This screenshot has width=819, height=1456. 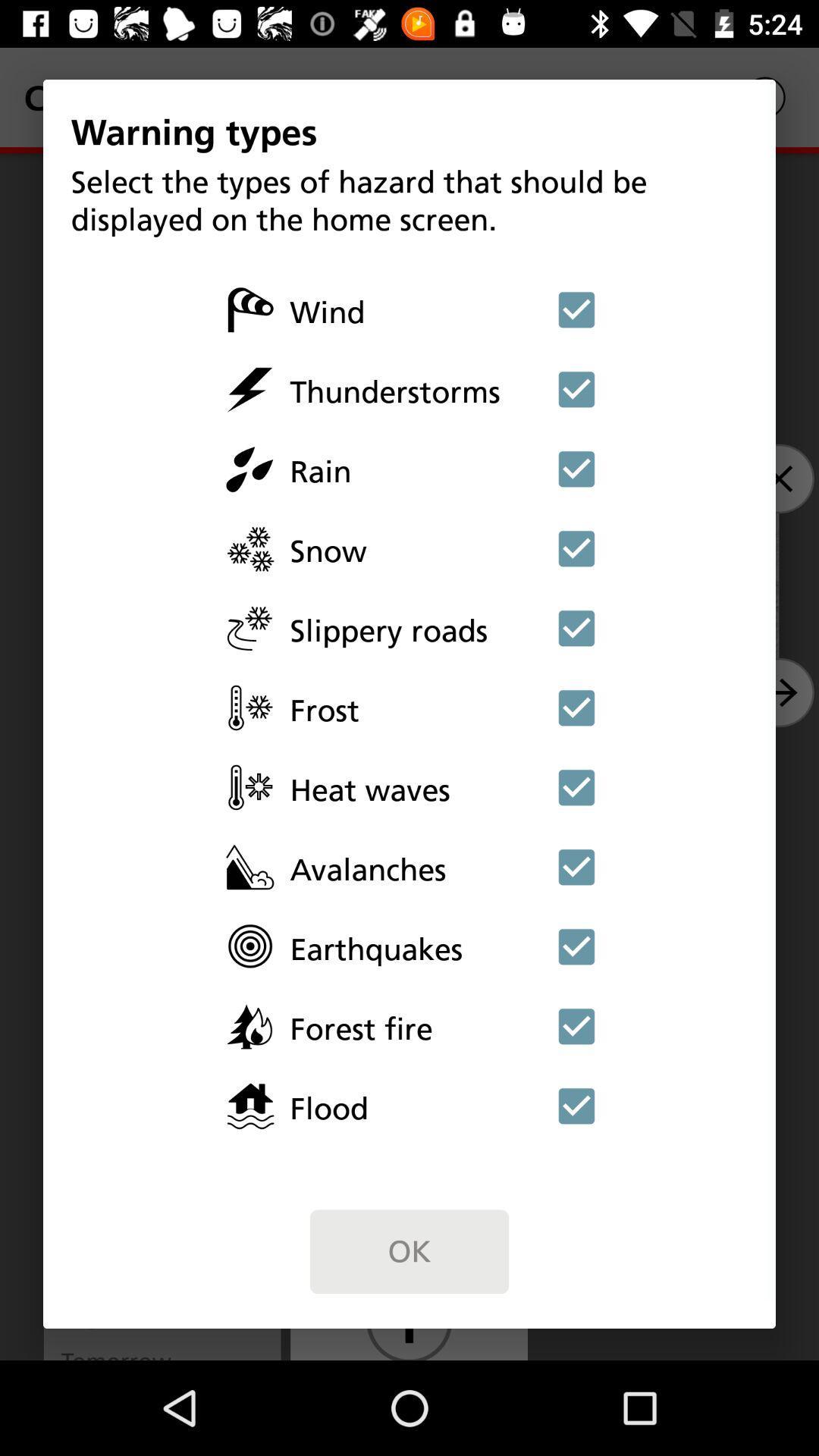 I want to click on unselect snow, so click(x=576, y=548).